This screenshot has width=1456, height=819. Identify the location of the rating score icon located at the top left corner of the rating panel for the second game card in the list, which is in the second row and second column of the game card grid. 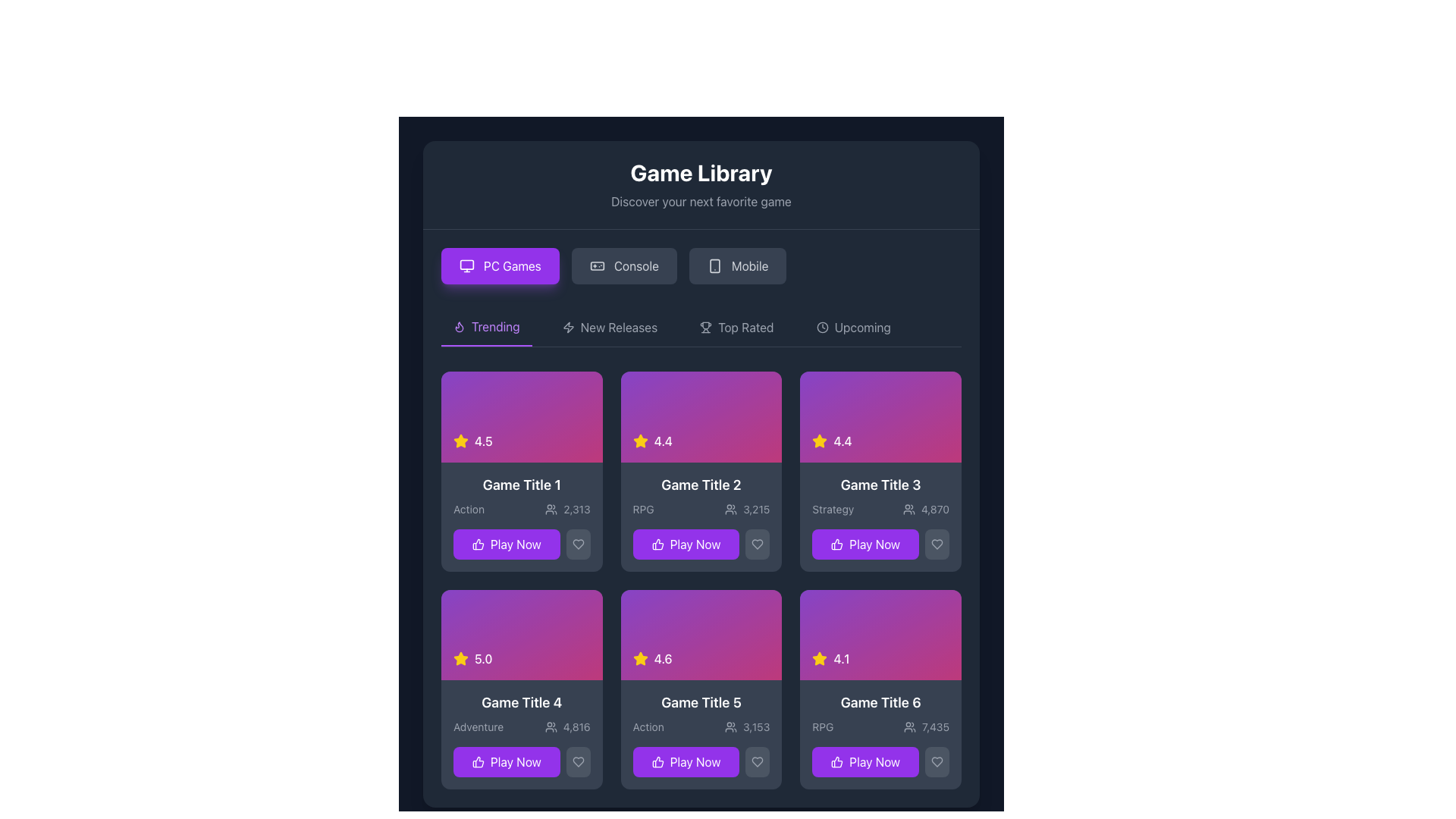
(819, 441).